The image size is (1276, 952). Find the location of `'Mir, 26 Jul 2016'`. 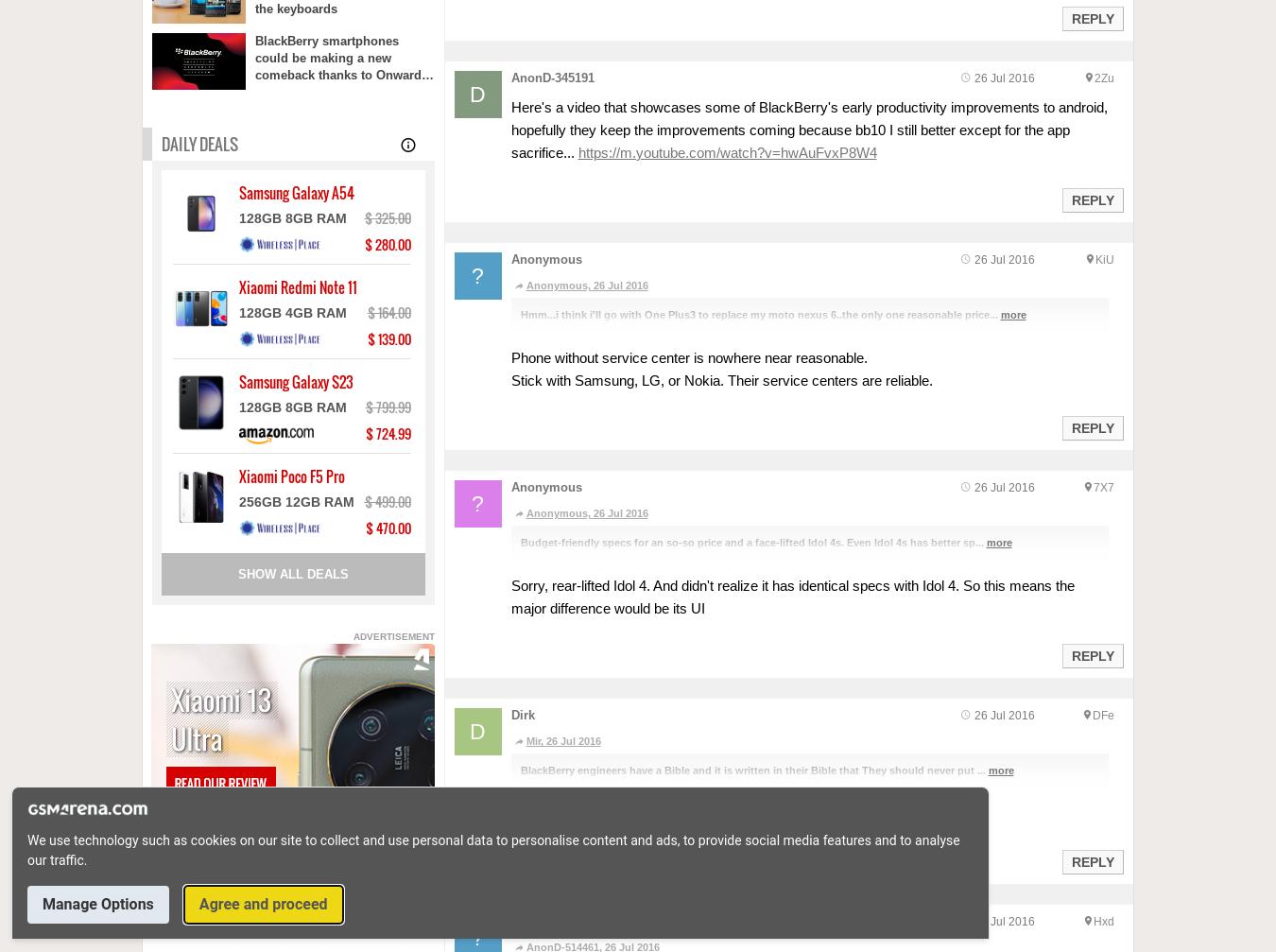

'Mir, 26 Jul 2016' is located at coordinates (562, 740).